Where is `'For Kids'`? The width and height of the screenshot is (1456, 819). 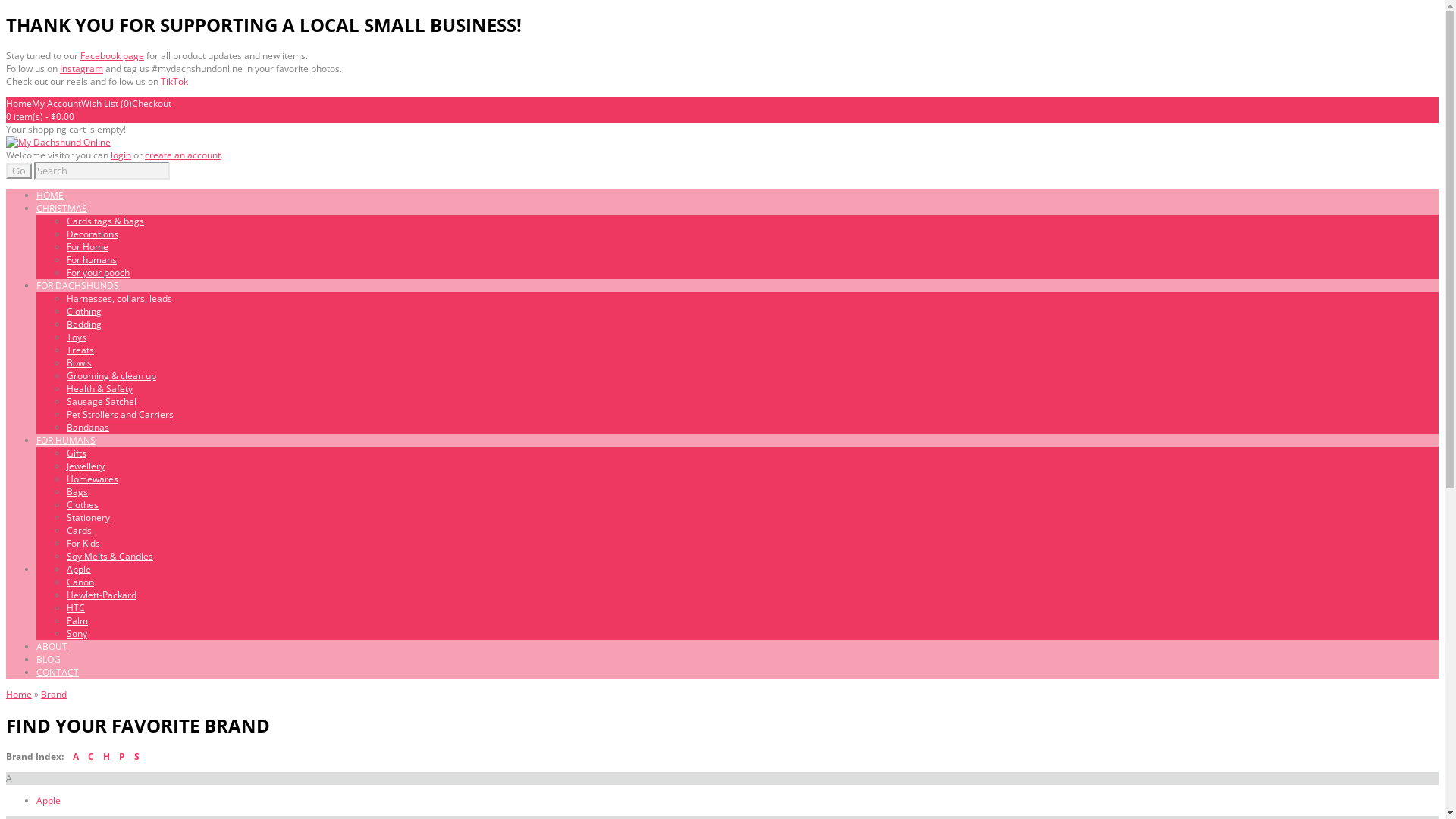 'For Kids' is located at coordinates (83, 542).